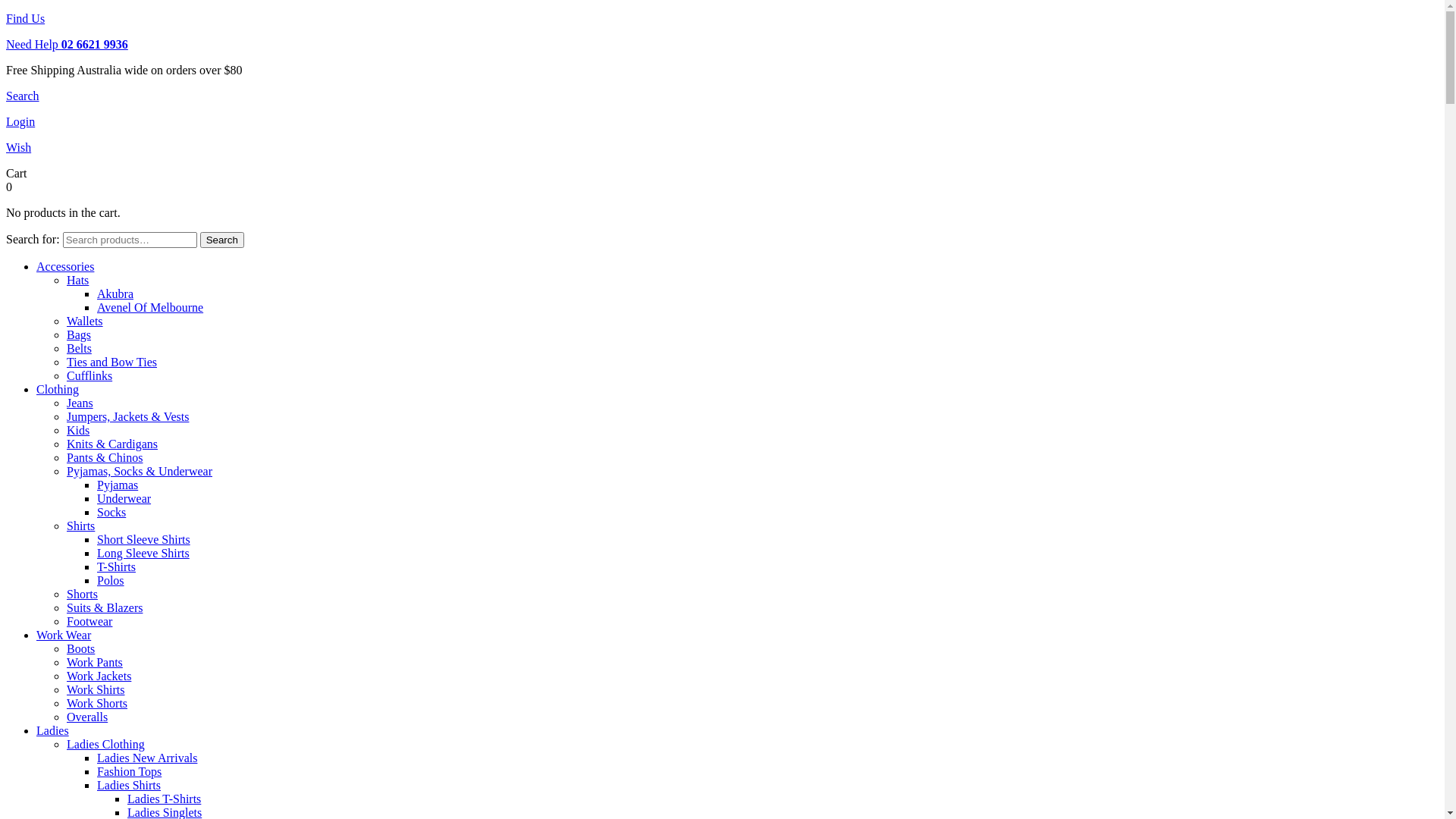  What do you see at coordinates (129, 771) in the screenshot?
I see `'Fashion Tops'` at bounding box center [129, 771].